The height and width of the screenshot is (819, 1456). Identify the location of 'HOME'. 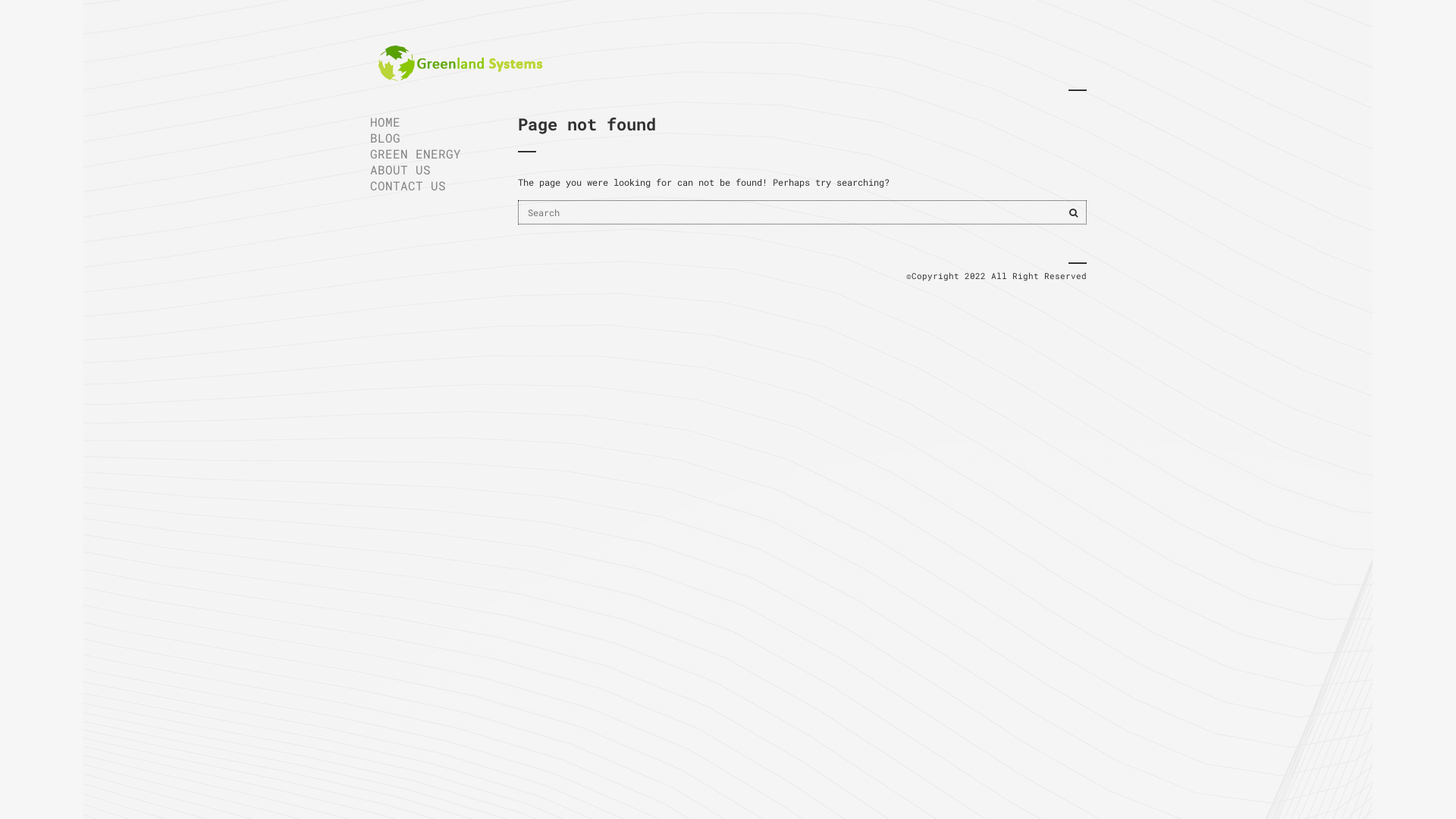
(431, 121).